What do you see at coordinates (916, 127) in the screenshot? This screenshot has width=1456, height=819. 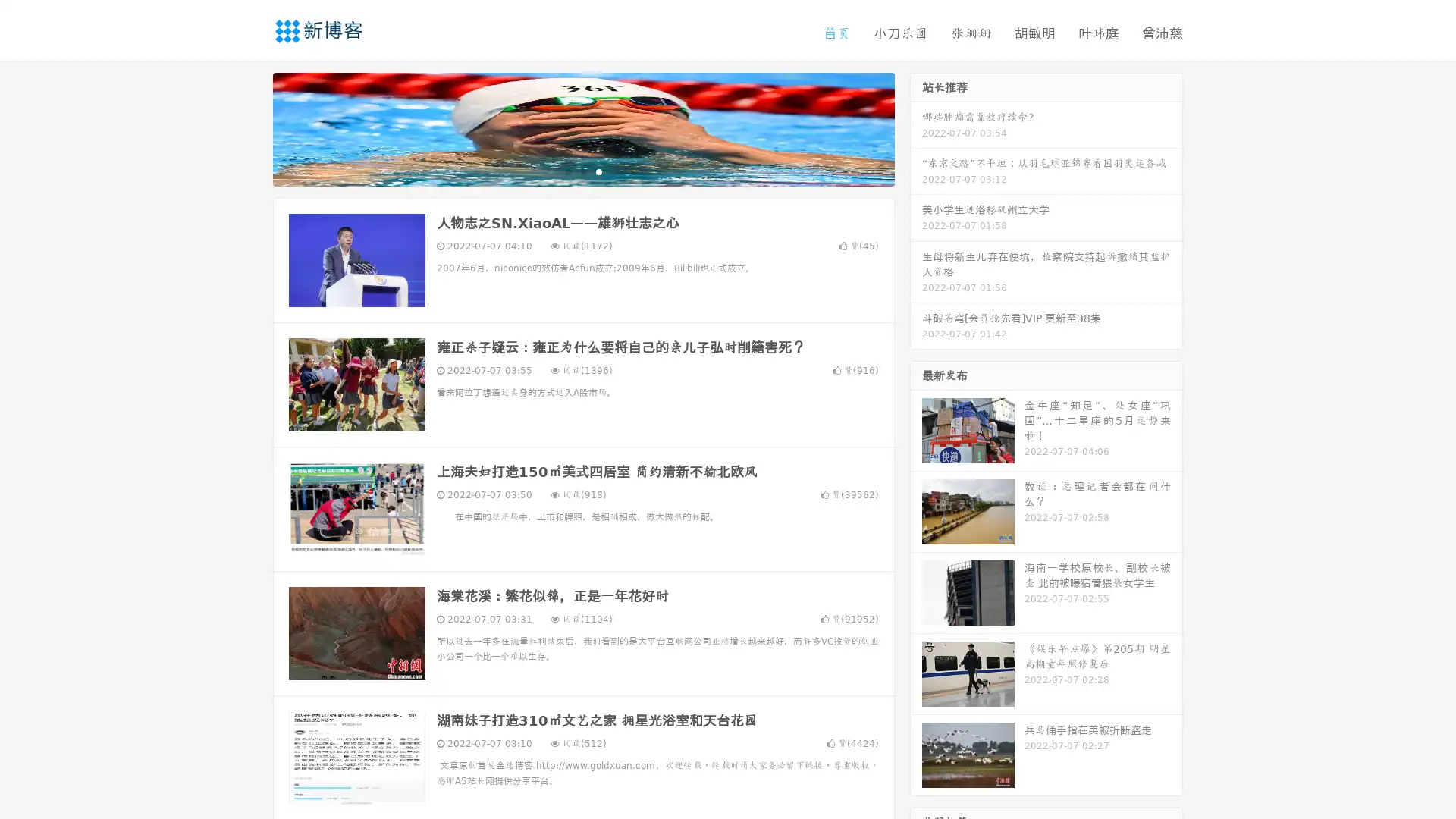 I see `Next slide` at bounding box center [916, 127].